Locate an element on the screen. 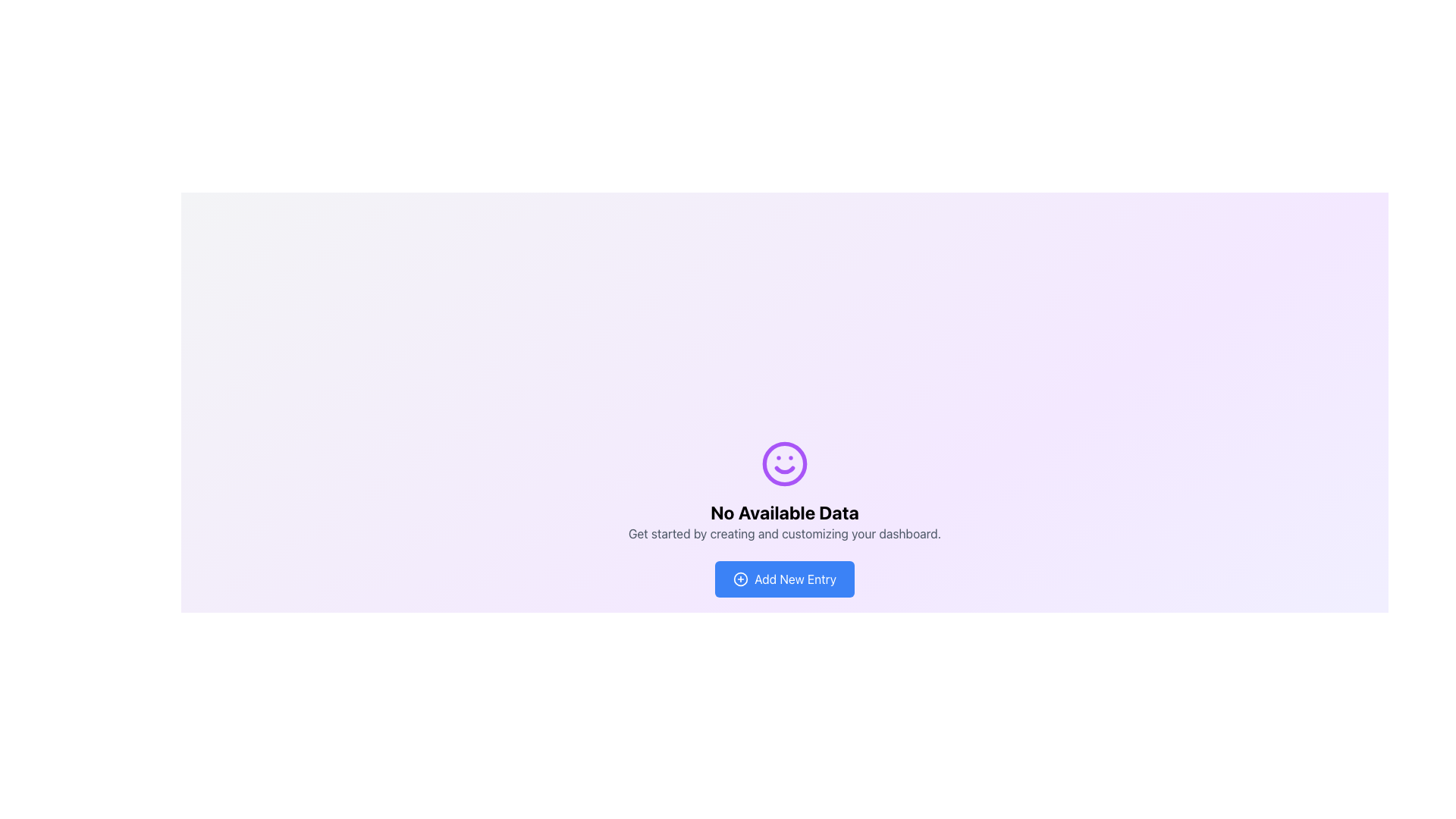 The width and height of the screenshot is (1456, 819). the blue button labeled 'Add New Entry' with a white plus symbol is located at coordinates (785, 579).